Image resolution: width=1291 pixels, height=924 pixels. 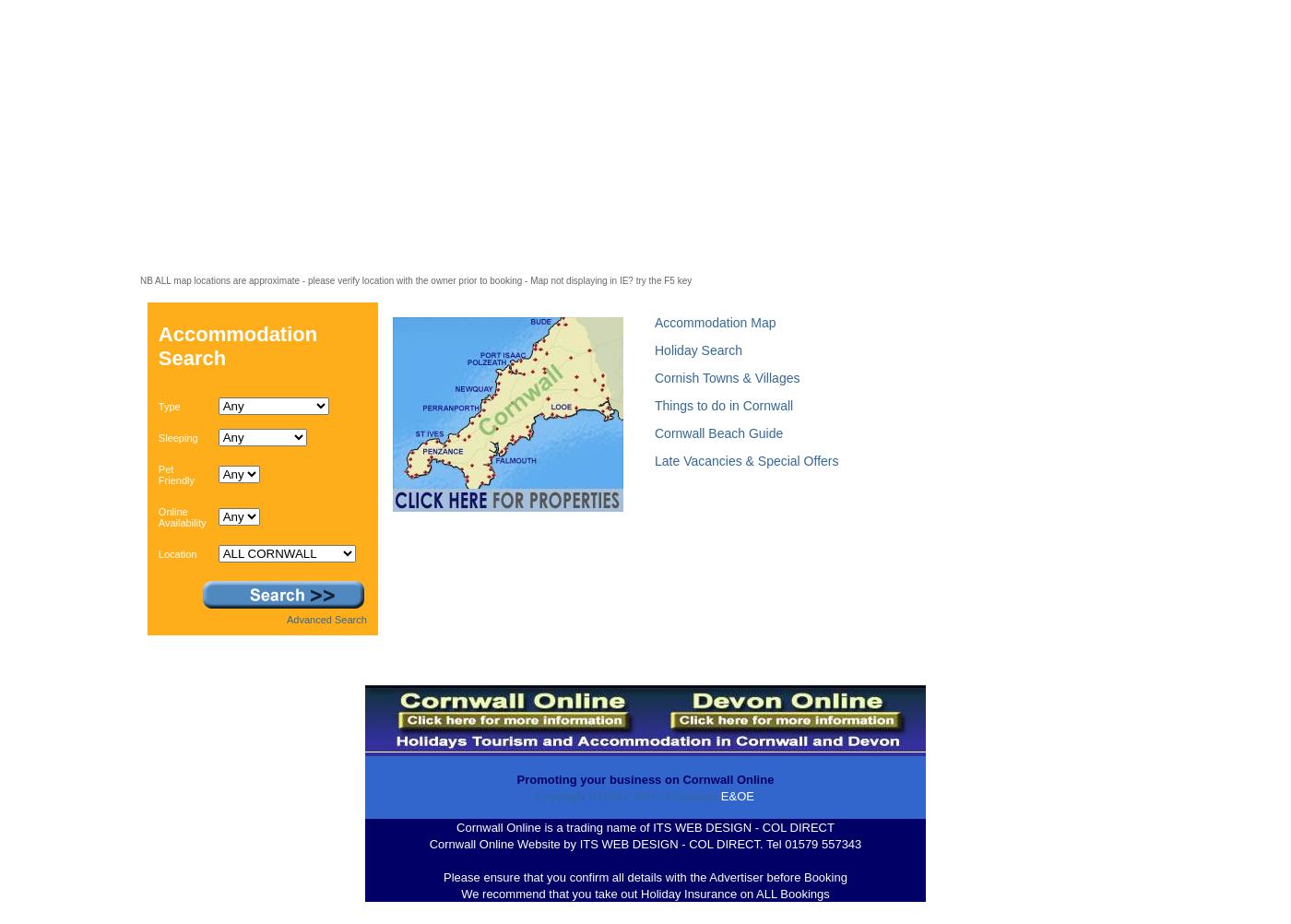 What do you see at coordinates (746, 458) in the screenshot?
I see `'Late Vacancies 
                & Special Offers'` at bounding box center [746, 458].